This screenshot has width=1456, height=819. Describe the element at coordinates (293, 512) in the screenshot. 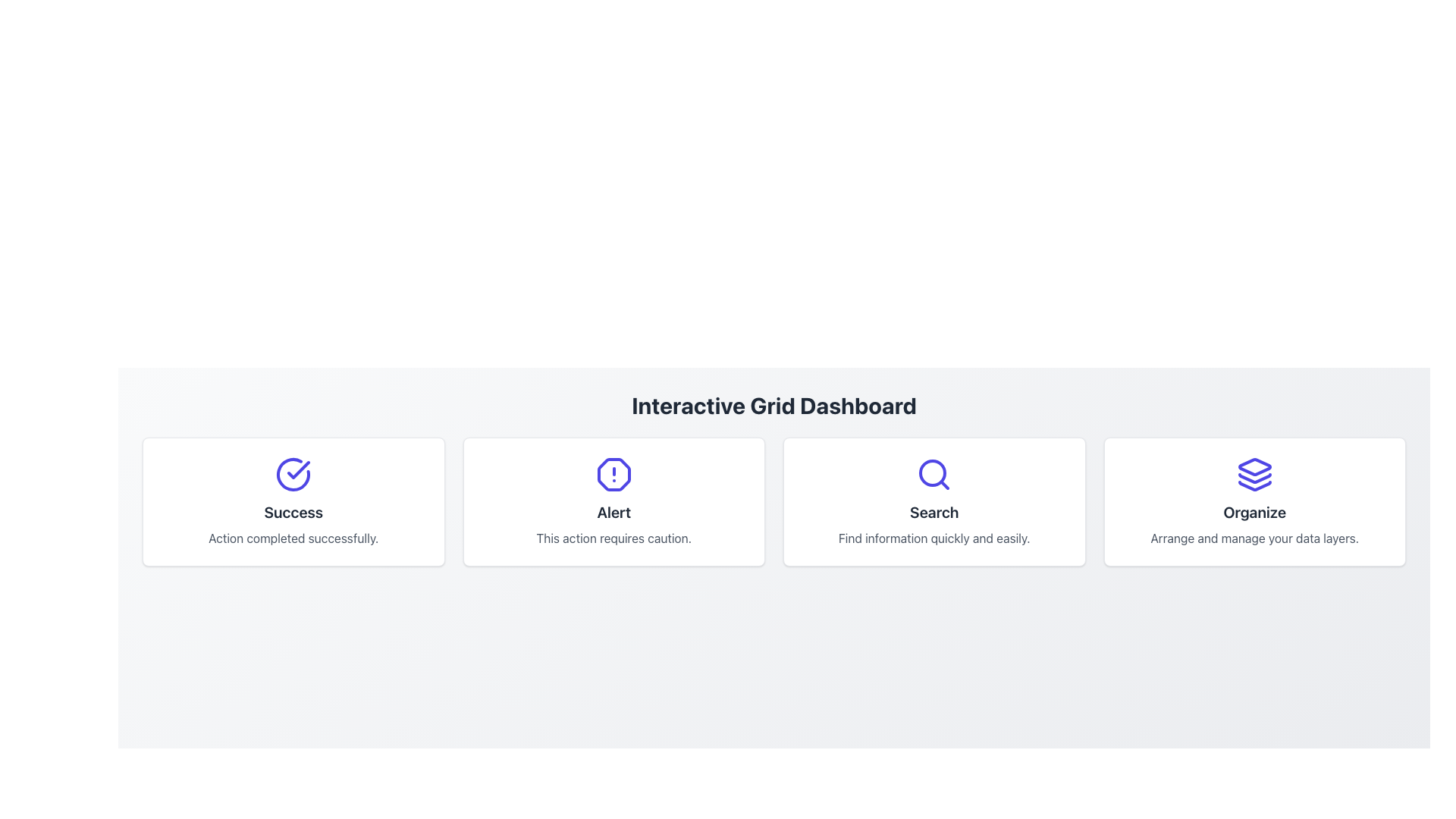

I see `the headline text label within the first card of the horizontally aligned grid, which serves as a quick summary or status indication of the associated card` at that location.